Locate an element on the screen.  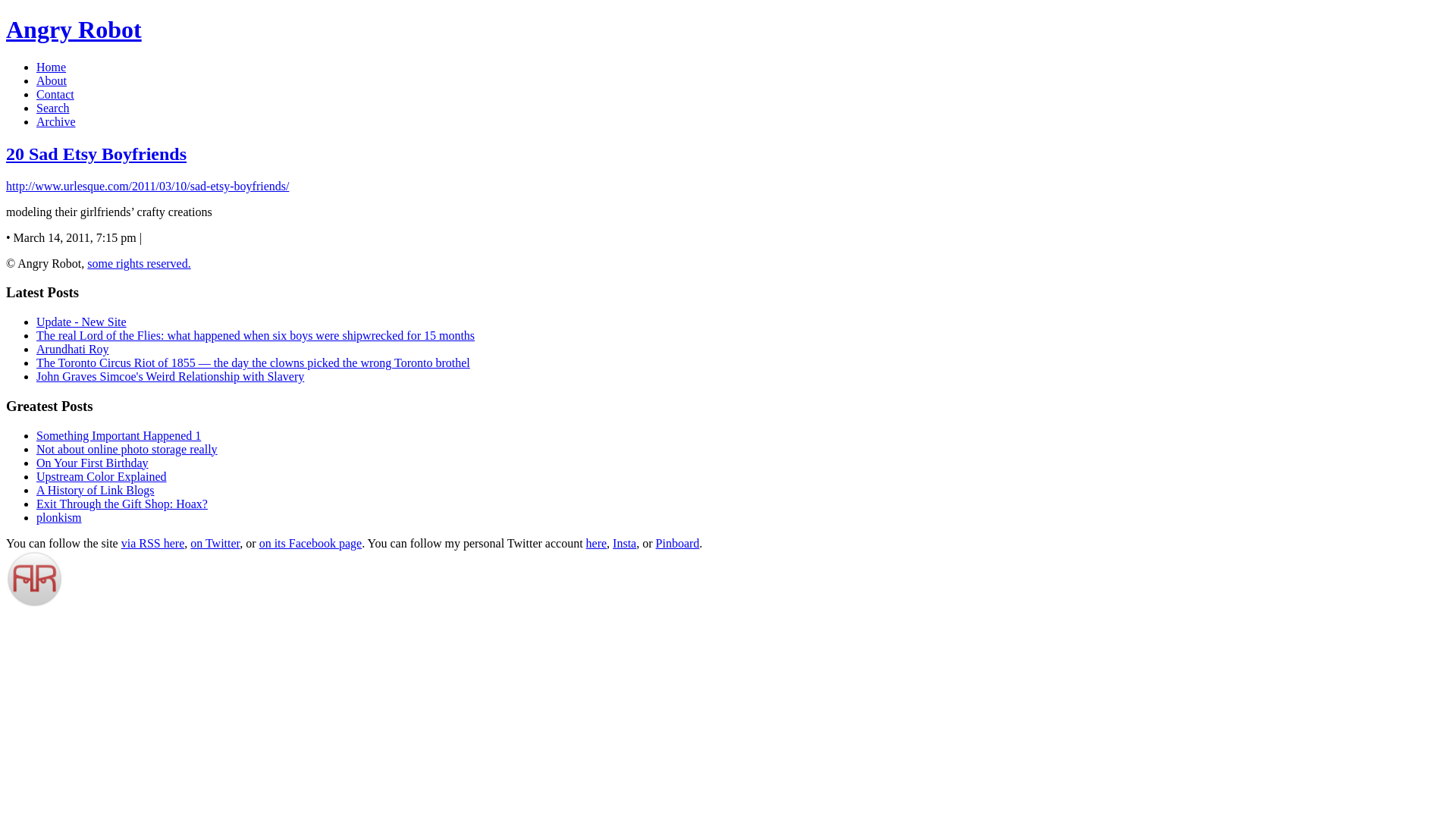
'Update - New Site' is located at coordinates (80, 321).